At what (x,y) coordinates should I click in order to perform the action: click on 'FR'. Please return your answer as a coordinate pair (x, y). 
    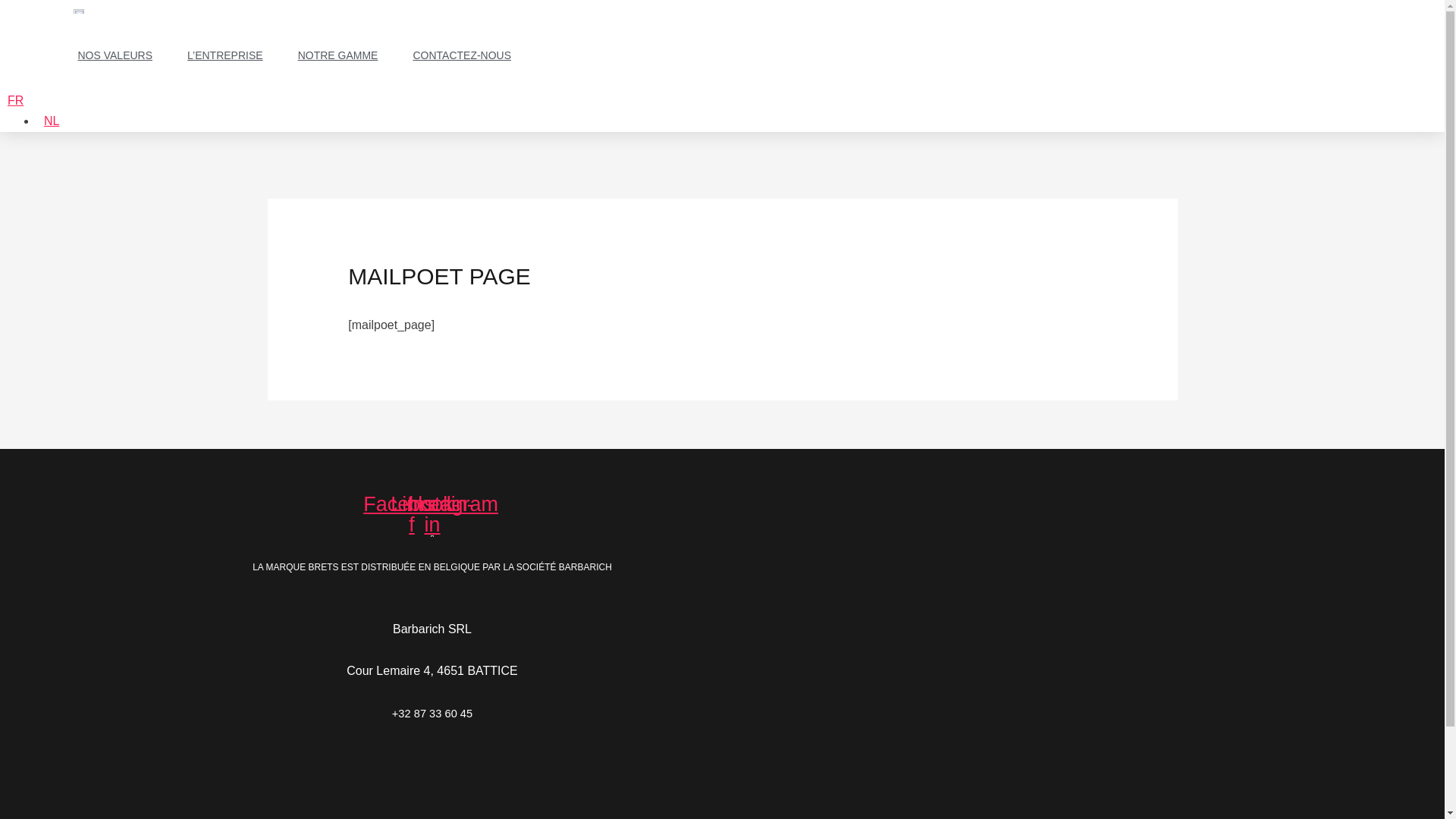
    Looking at the image, I should click on (15, 100).